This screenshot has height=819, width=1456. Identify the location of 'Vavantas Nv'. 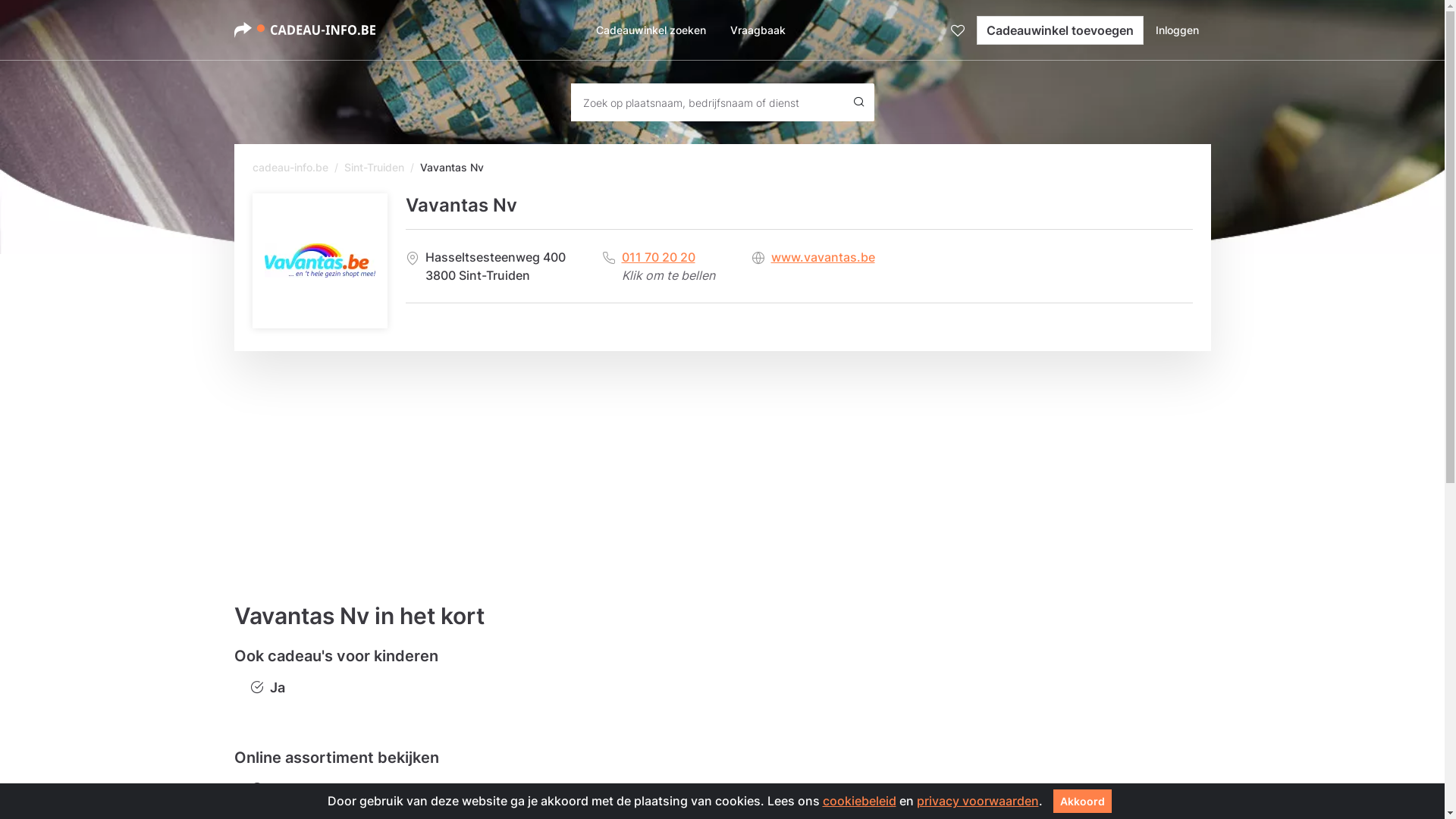
(318, 259).